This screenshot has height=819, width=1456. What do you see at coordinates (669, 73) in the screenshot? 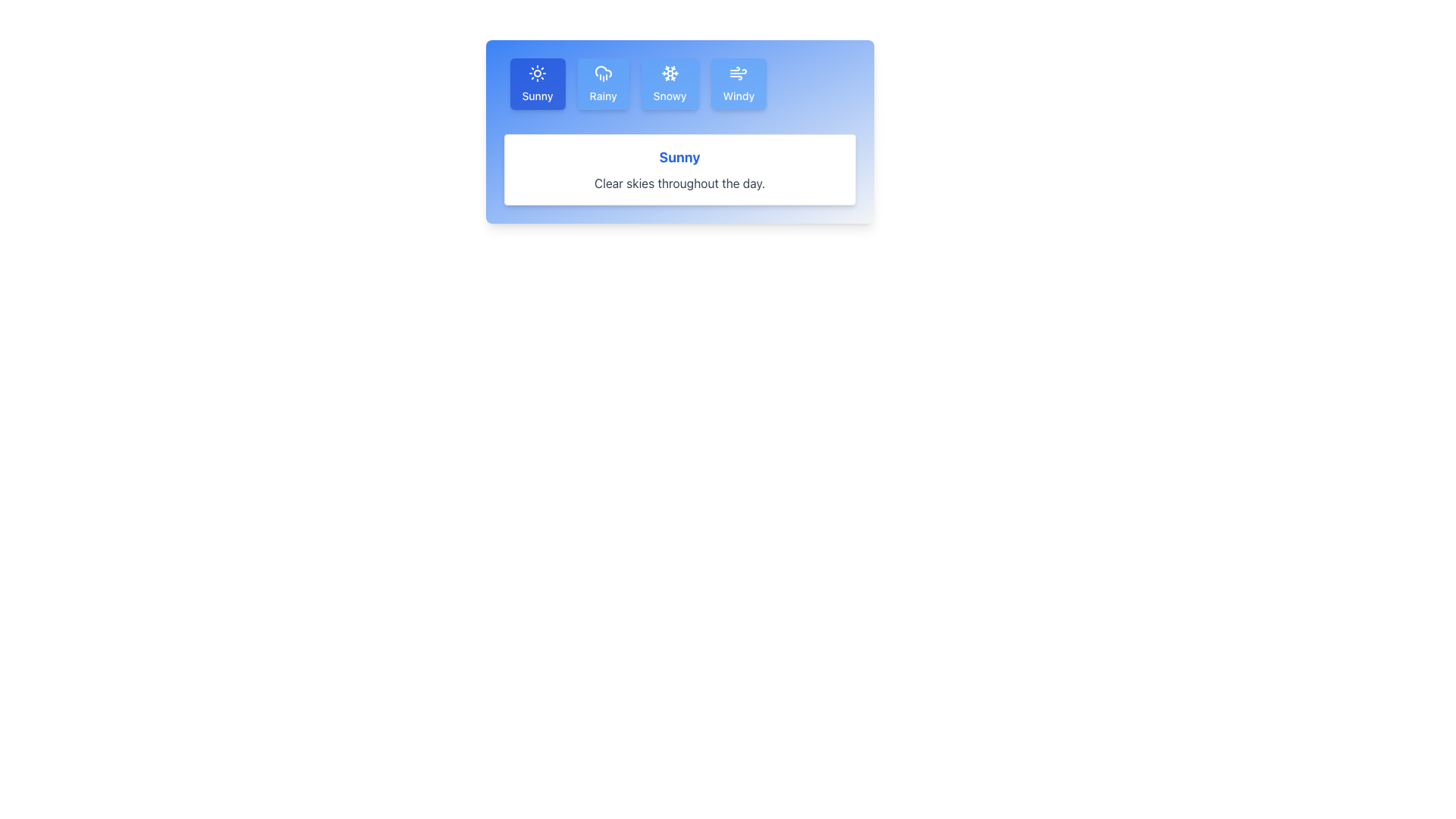
I see `the snowflake icon with a white outline on a blue background, which is located within the 'Snowy' button, the third button from the left in a row of four buttons` at bounding box center [669, 73].